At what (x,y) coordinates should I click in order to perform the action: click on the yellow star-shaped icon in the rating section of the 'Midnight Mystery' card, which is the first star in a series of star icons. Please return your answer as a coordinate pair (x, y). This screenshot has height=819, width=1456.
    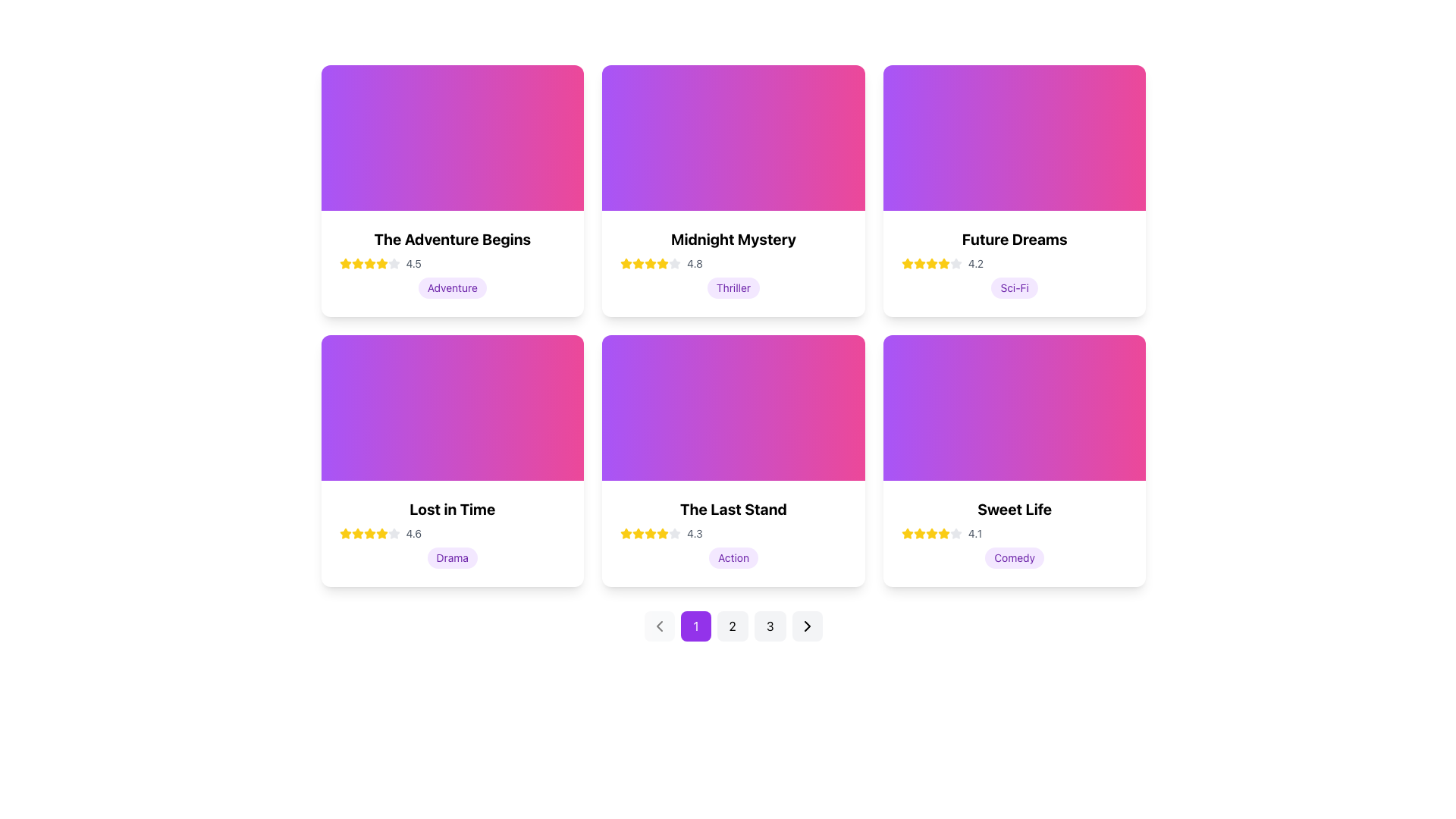
    Looking at the image, I should click on (639, 262).